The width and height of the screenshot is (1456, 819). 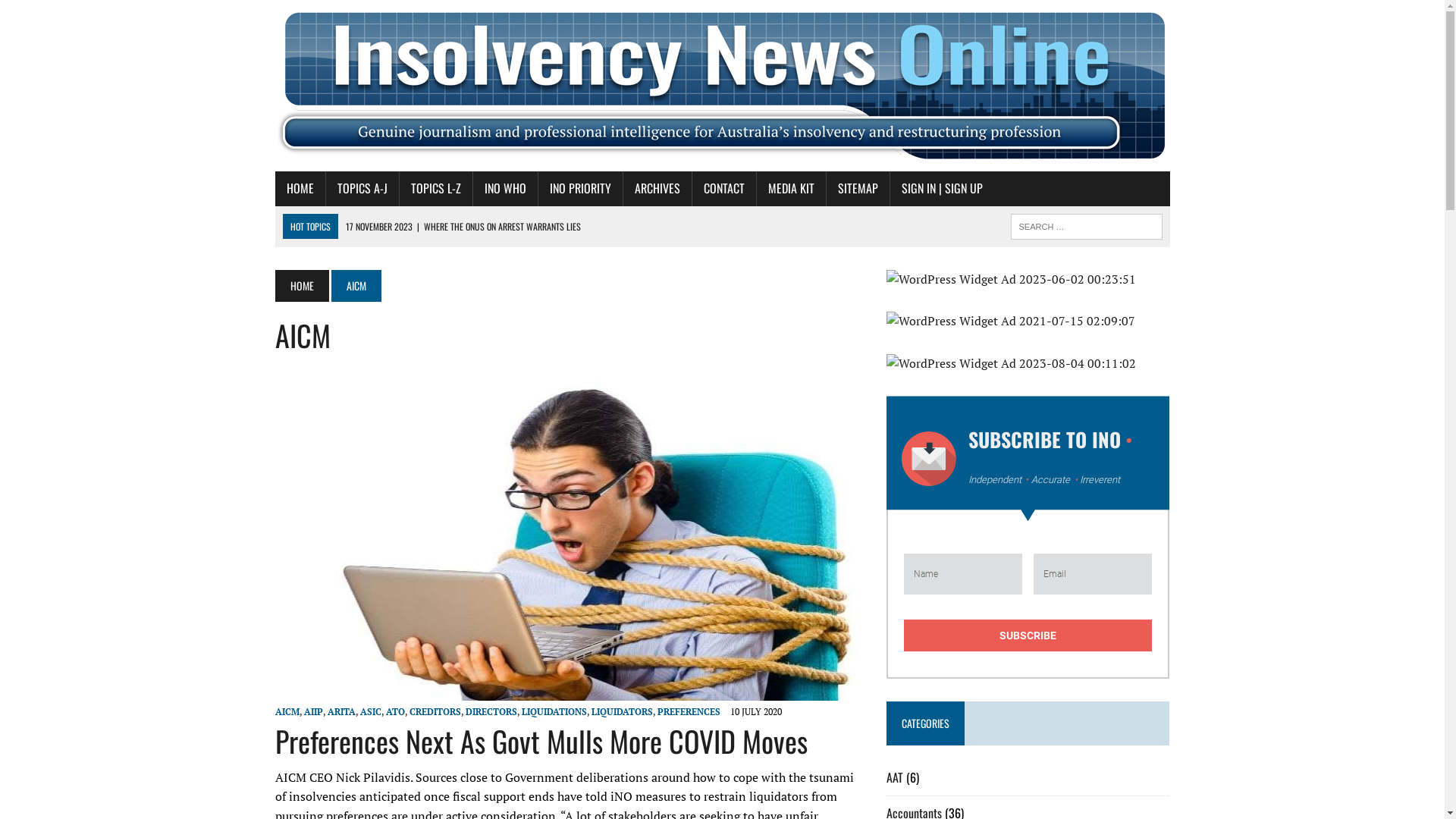 I want to click on '17 NOVEMBER 2023 | WHERE THE ONUS ON ARREST WARRANTS LIES', so click(x=462, y=227).